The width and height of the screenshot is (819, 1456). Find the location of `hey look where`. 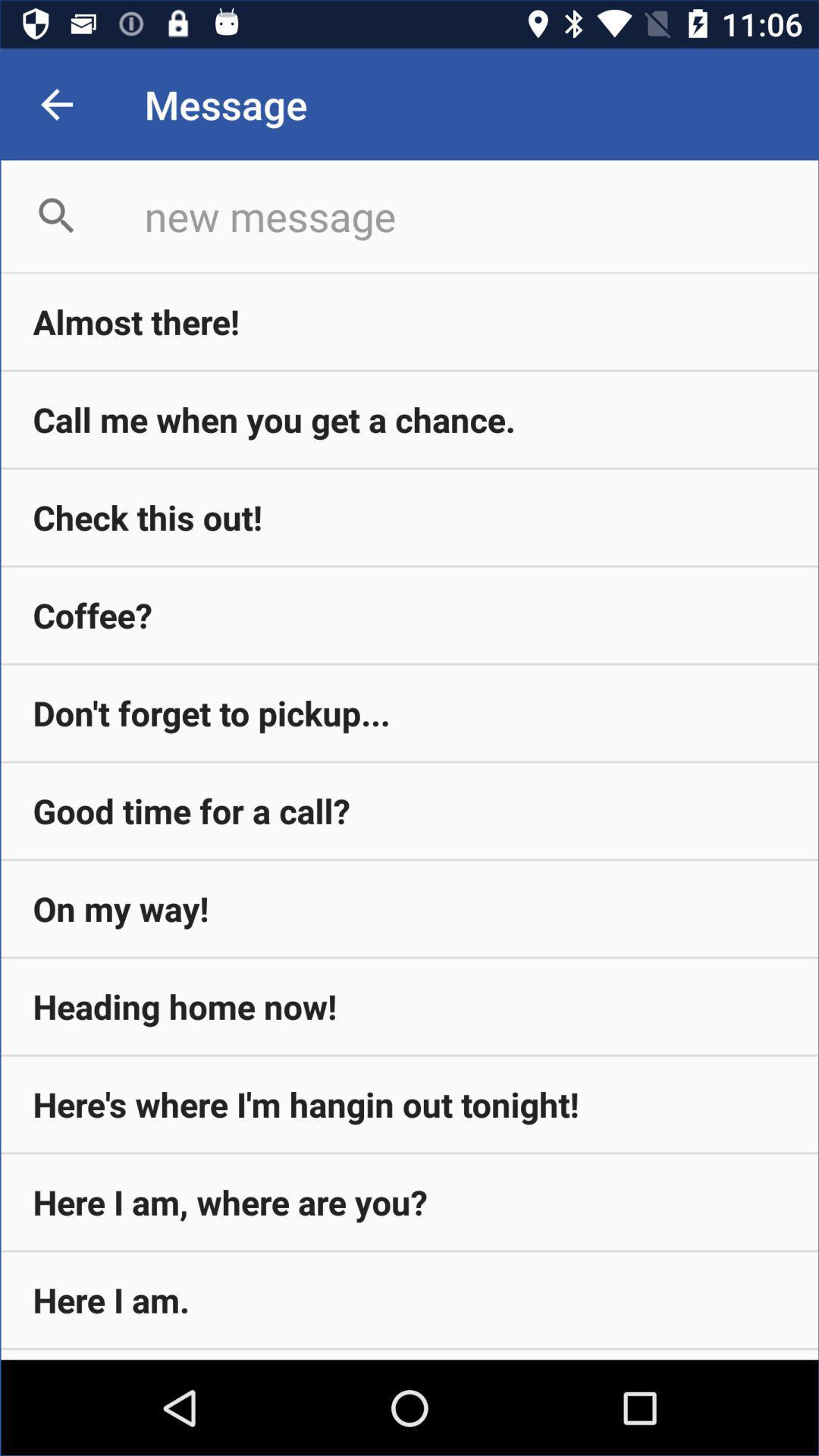

hey look where is located at coordinates (409, 1354).